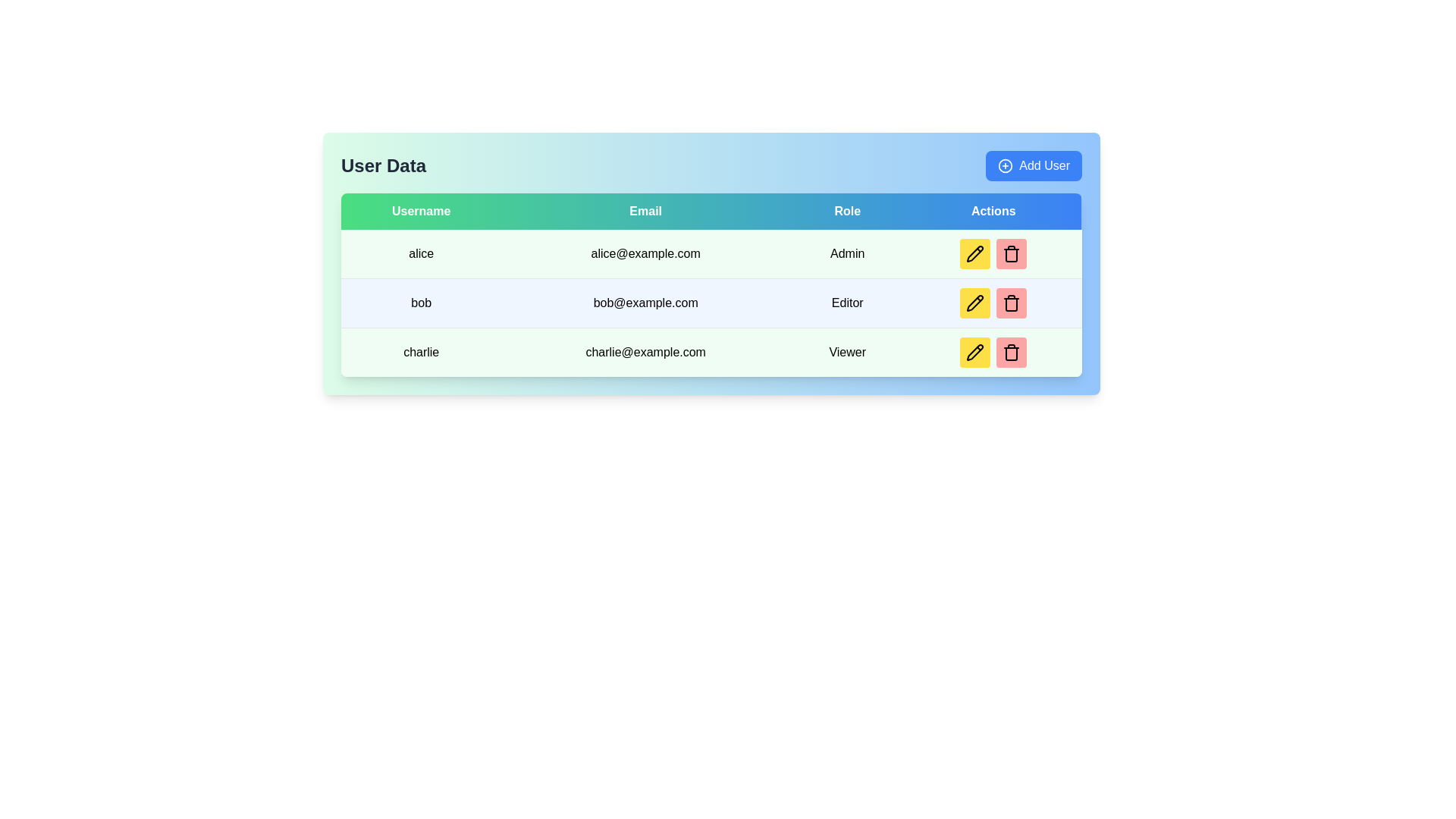 The image size is (1456, 819). Describe the element at coordinates (975, 303) in the screenshot. I see `the edit icon button, which resembles a pencil with a yellow background and is located in the 'Actions' column of the second row associated with the user 'bob'` at that location.